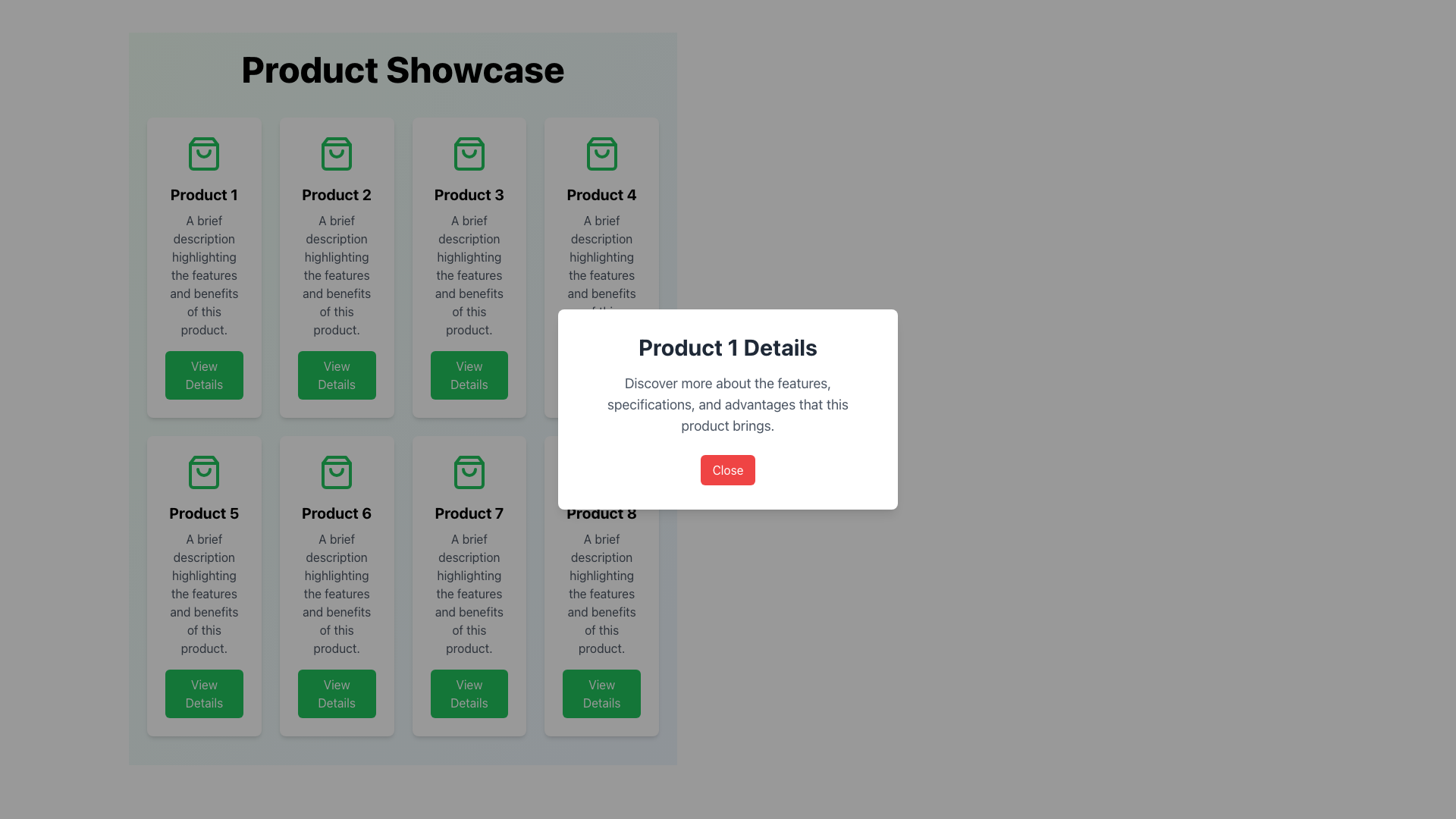 This screenshot has width=1456, height=819. What do you see at coordinates (336, 275) in the screenshot?
I see `the descriptive text label that provides features and benefits of 'Product 2', located centrally in the second column of the first row of the grid, below the title 'Product 2' and above the 'View Details' button` at bounding box center [336, 275].